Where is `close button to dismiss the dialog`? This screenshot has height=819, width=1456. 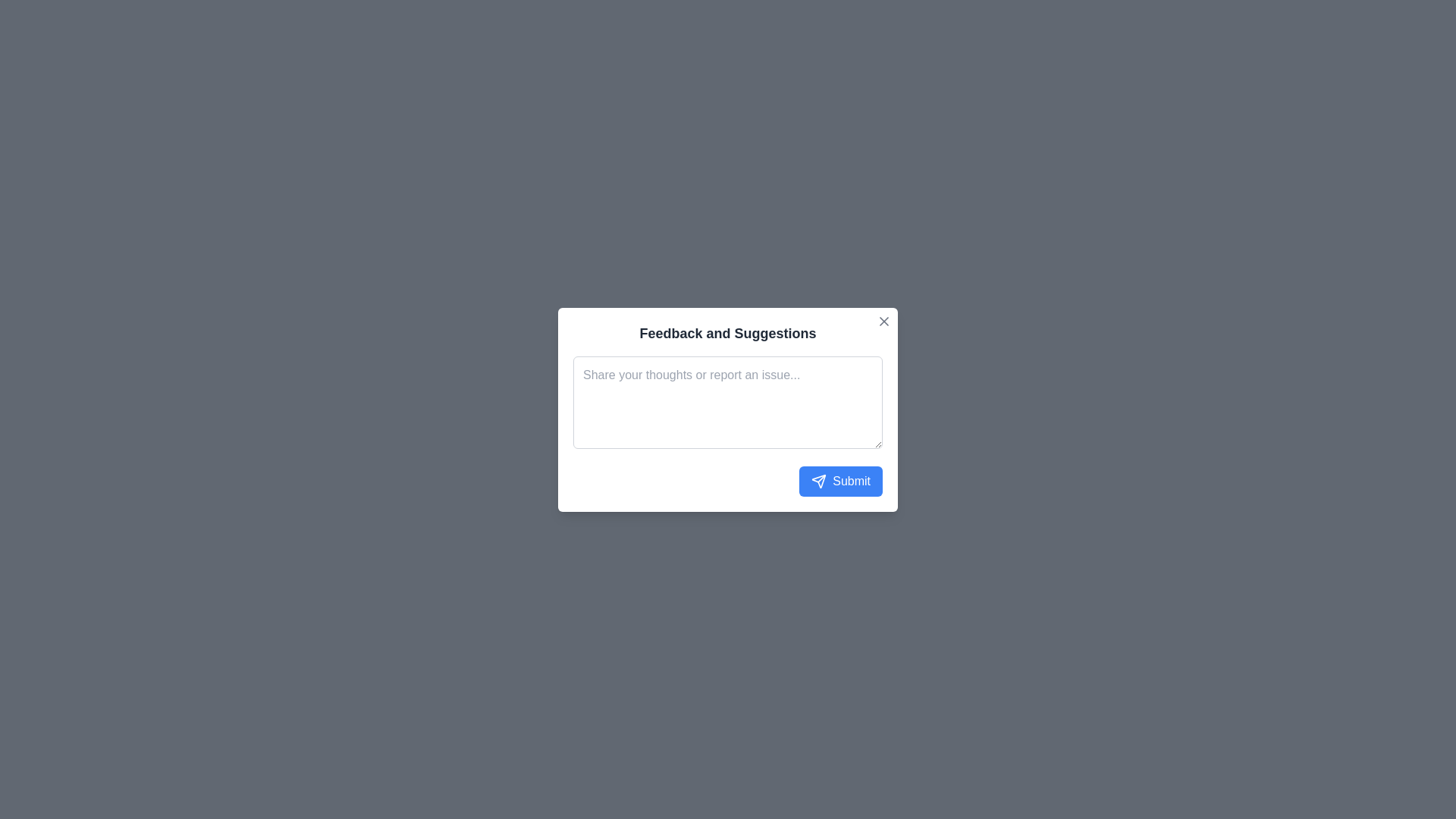 close button to dismiss the dialog is located at coordinates (884, 320).